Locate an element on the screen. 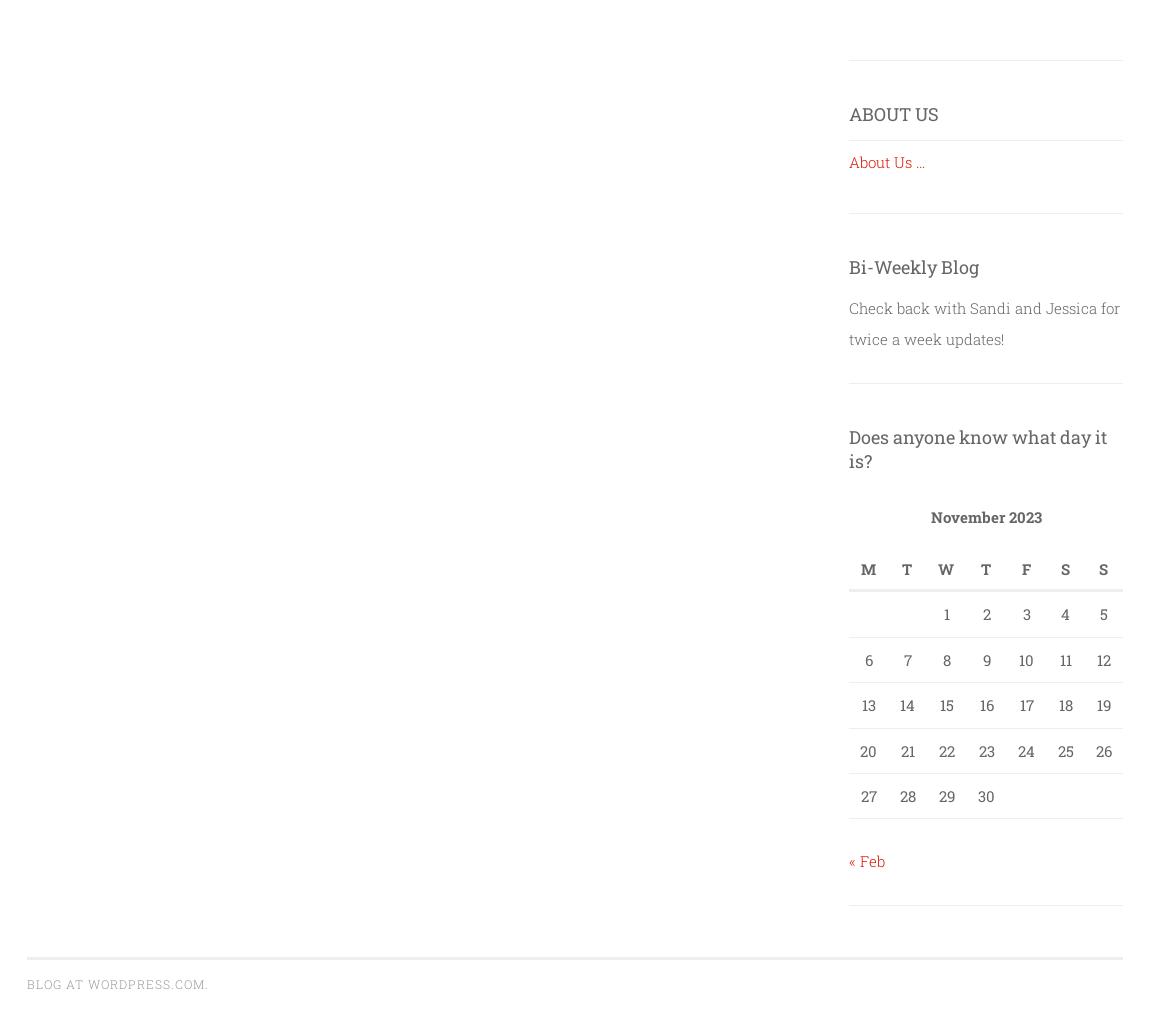 Image resolution: width=1150 pixels, height=1014 pixels. 'M' is located at coordinates (868, 567).